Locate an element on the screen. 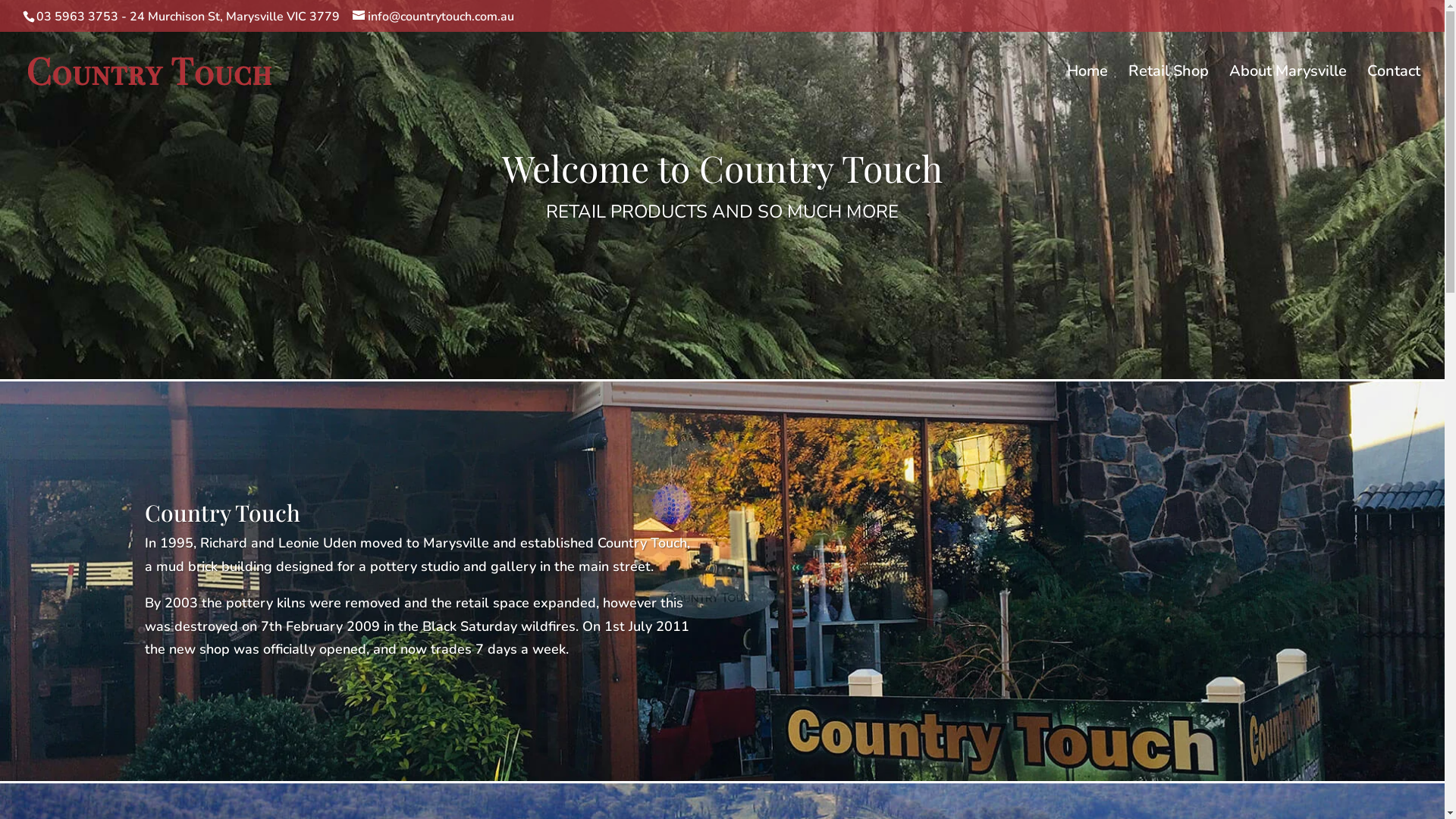 Image resolution: width=1456 pixels, height=819 pixels. 'Home' is located at coordinates (1087, 88).